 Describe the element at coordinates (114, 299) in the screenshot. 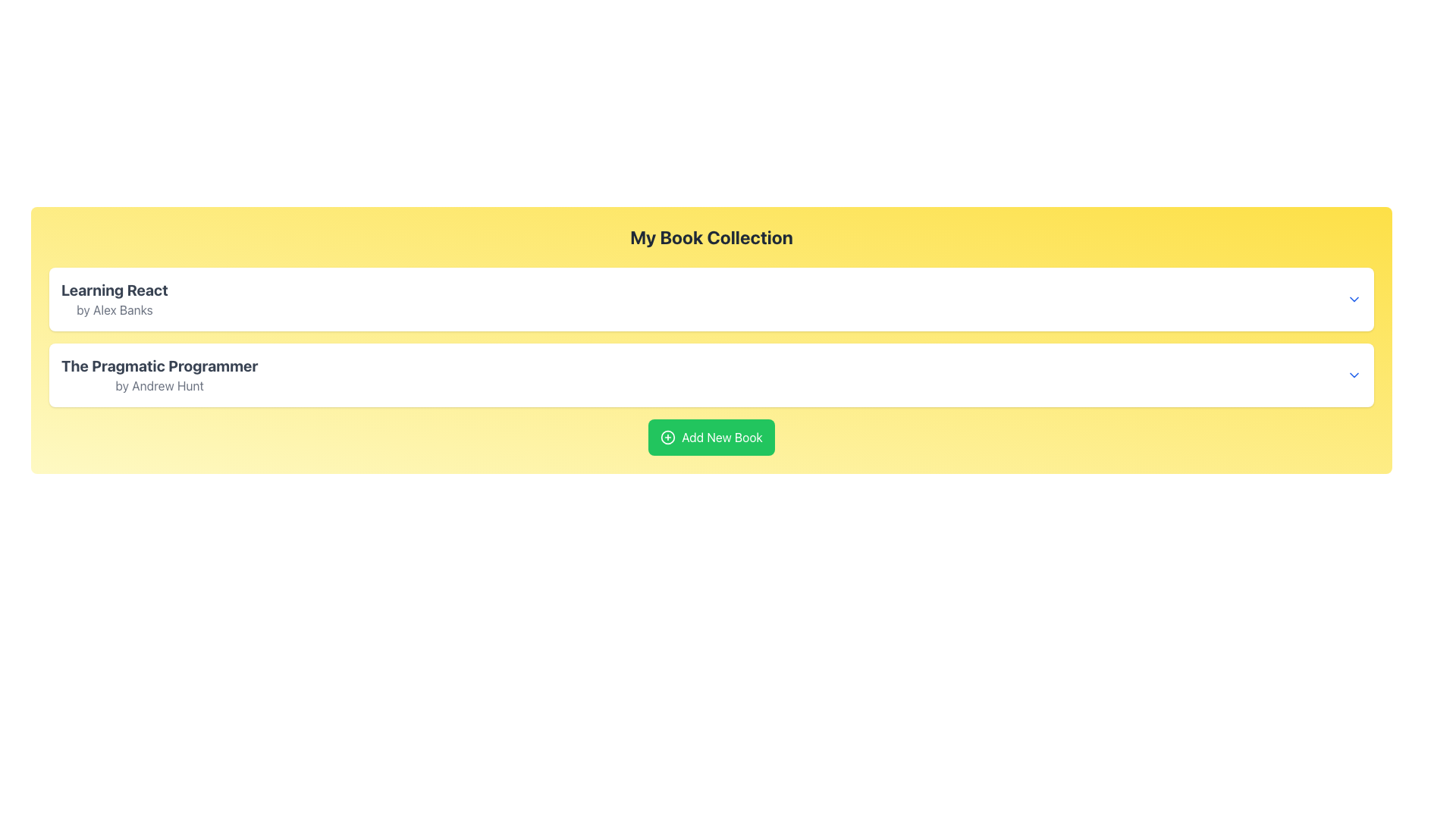

I see `the Text Block displaying the book title 'Learning React' by author 'Alex Banks', located in the upper left part of its containing white box on a yellow background` at that location.